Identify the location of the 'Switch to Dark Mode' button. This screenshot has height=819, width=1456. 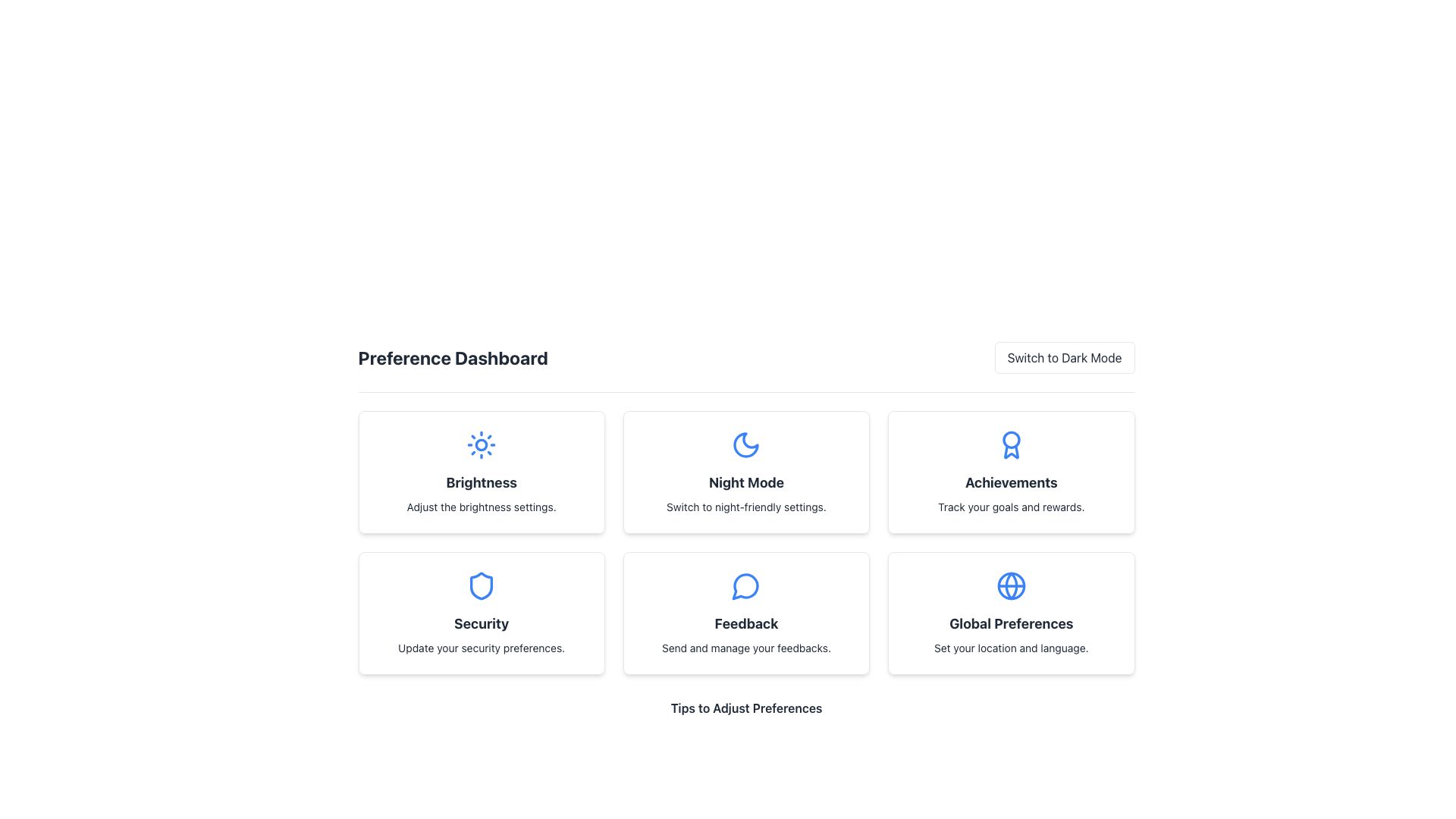
(1064, 357).